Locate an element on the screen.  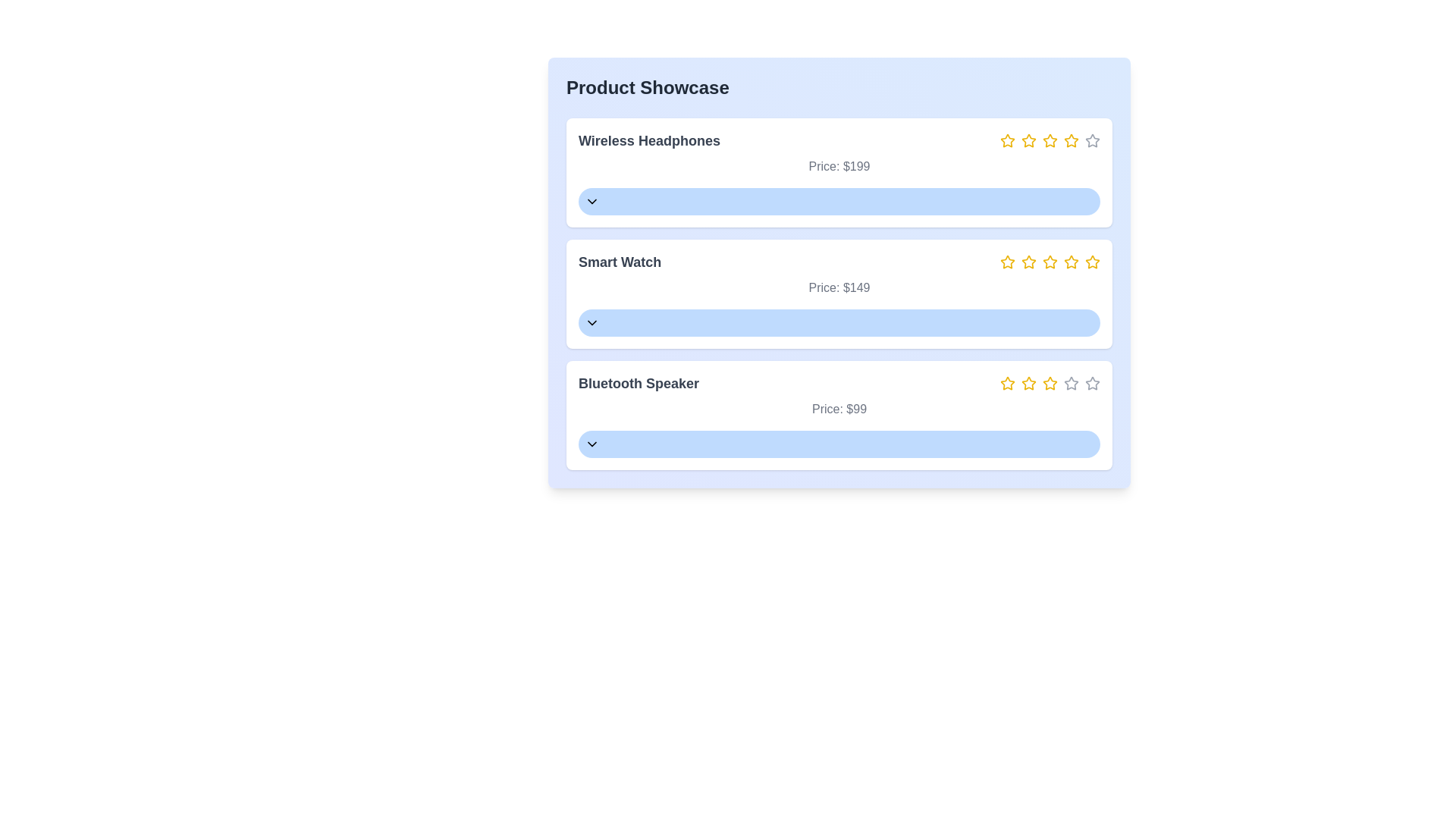
the gray outlined Rating Star Icon, which is the fifth star in the row for the product 'Wireless Headphones' is located at coordinates (1092, 140).